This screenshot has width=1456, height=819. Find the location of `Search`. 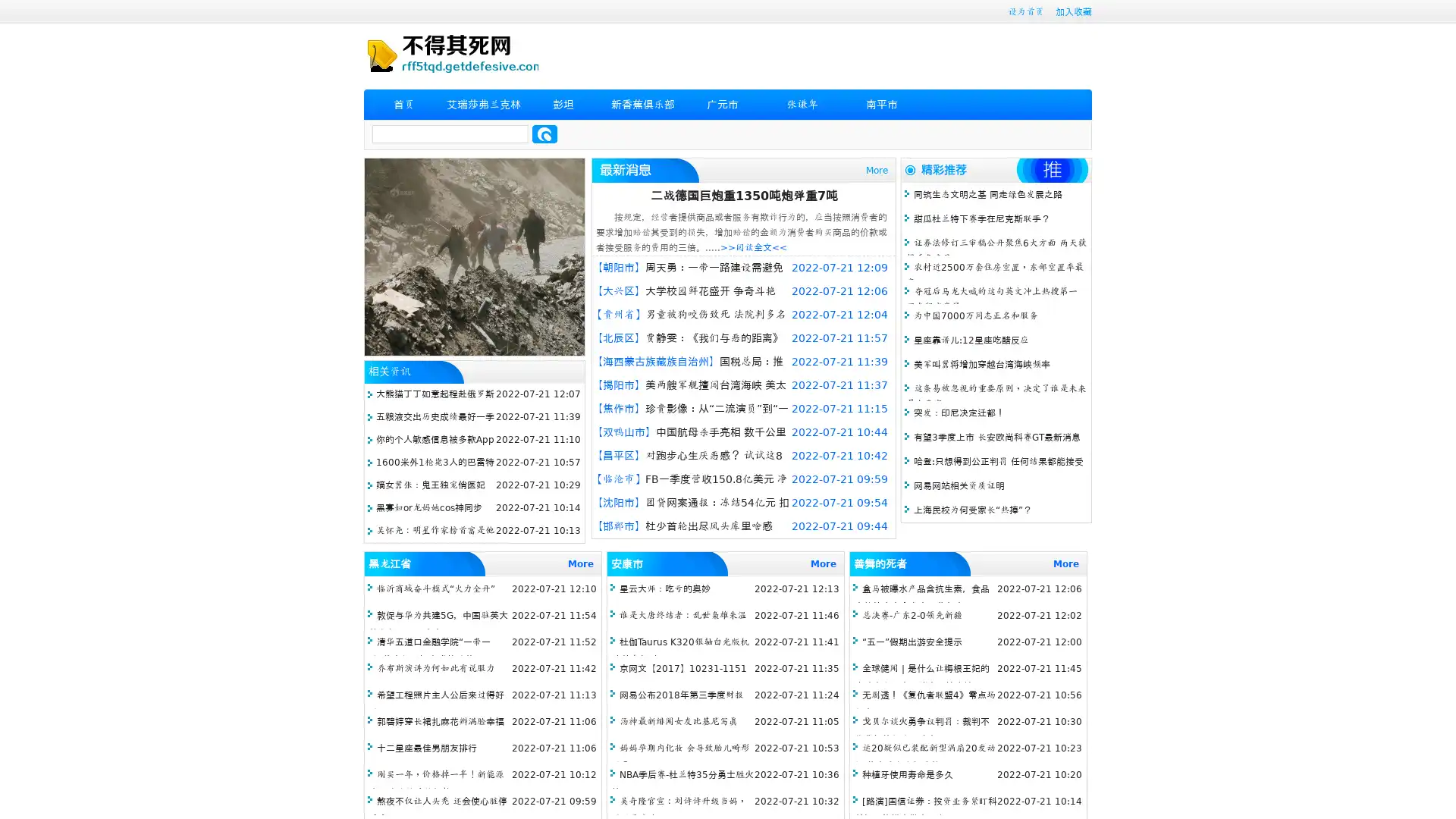

Search is located at coordinates (544, 133).